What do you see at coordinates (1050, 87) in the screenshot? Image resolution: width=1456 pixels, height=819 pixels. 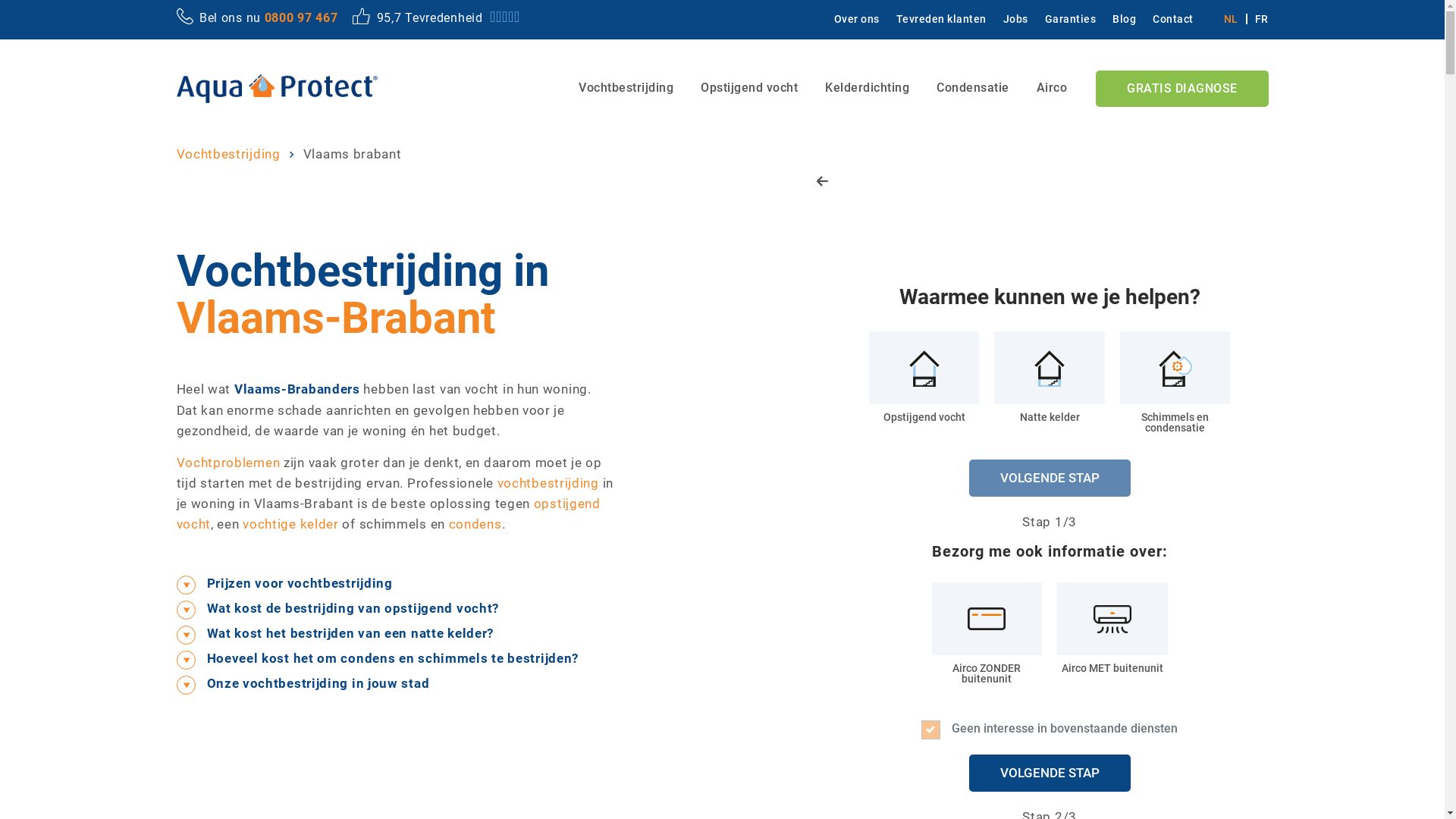 I see `'Airco'` at bounding box center [1050, 87].